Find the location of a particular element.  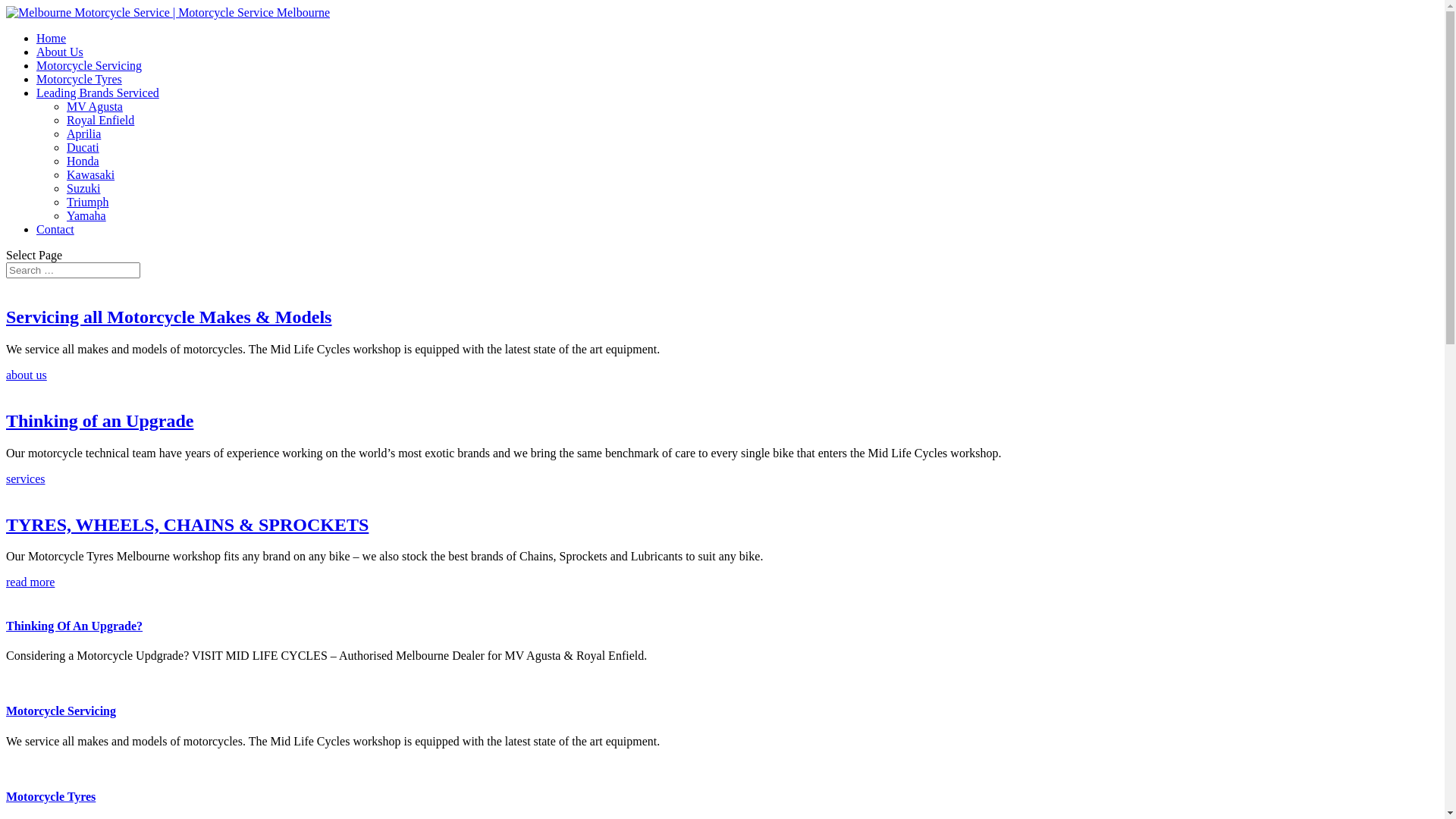

'MV Agusta' is located at coordinates (93, 105).